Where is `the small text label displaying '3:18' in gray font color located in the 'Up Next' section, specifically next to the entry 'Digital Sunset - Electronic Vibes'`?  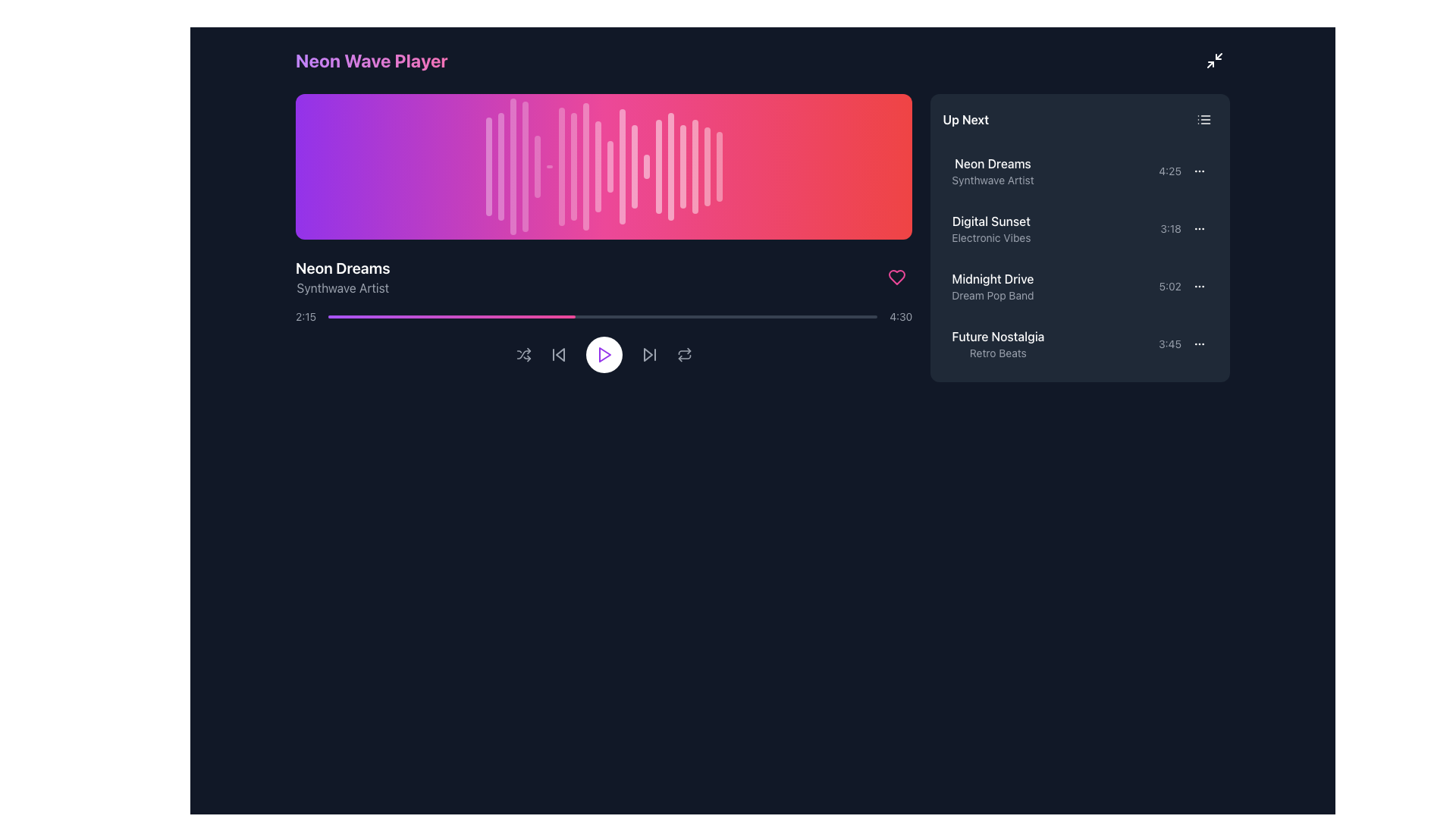 the small text label displaying '3:18' in gray font color located in the 'Up Next' section, specifically next to the entry 'Digital Sunset - Electronic Vibes' is located at coordinates (1170, 228).